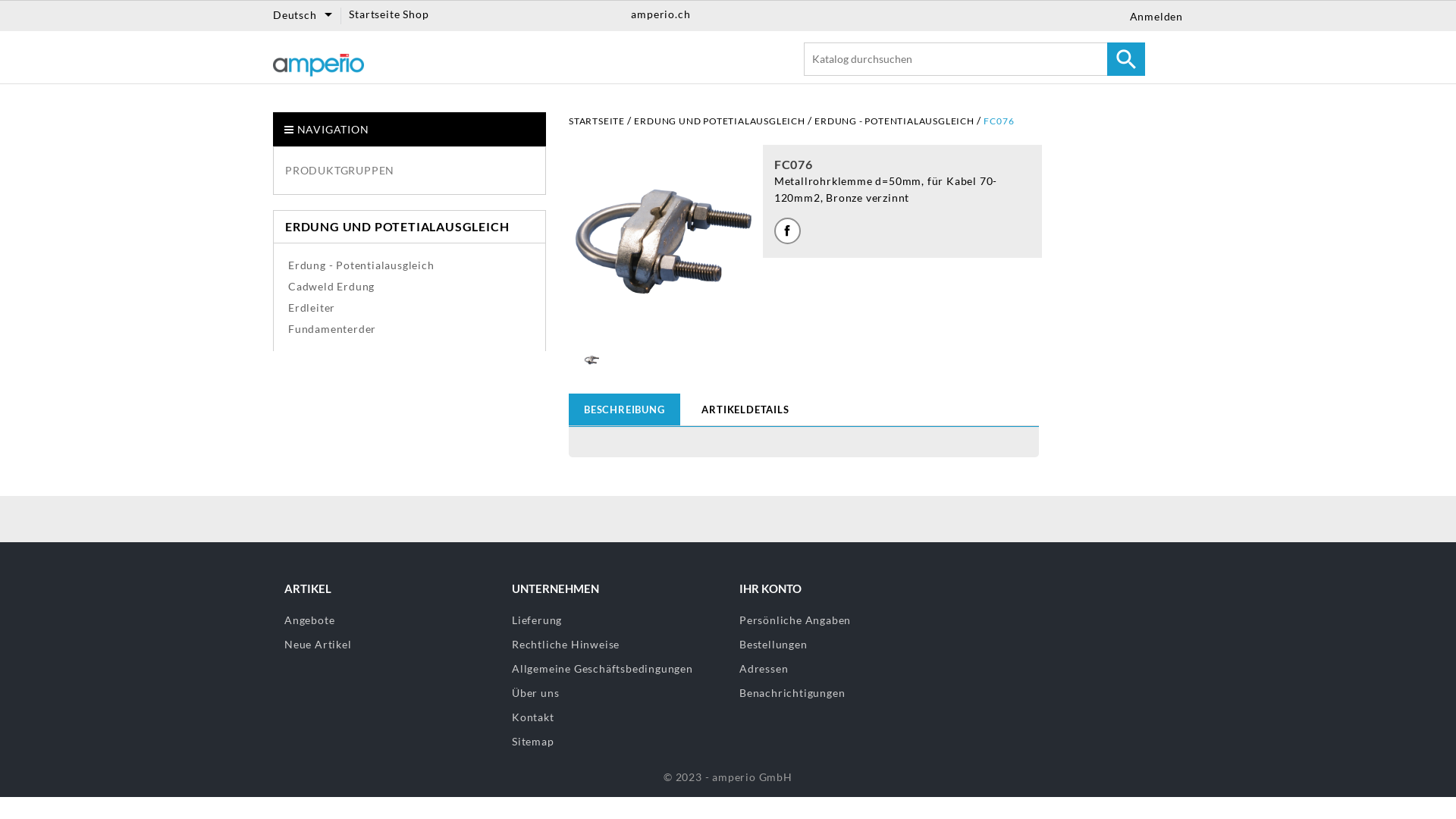 The width and height of the screenshot is (1456, 819). I want to click on 'BESCHREIBUNG', so click(624, 409).